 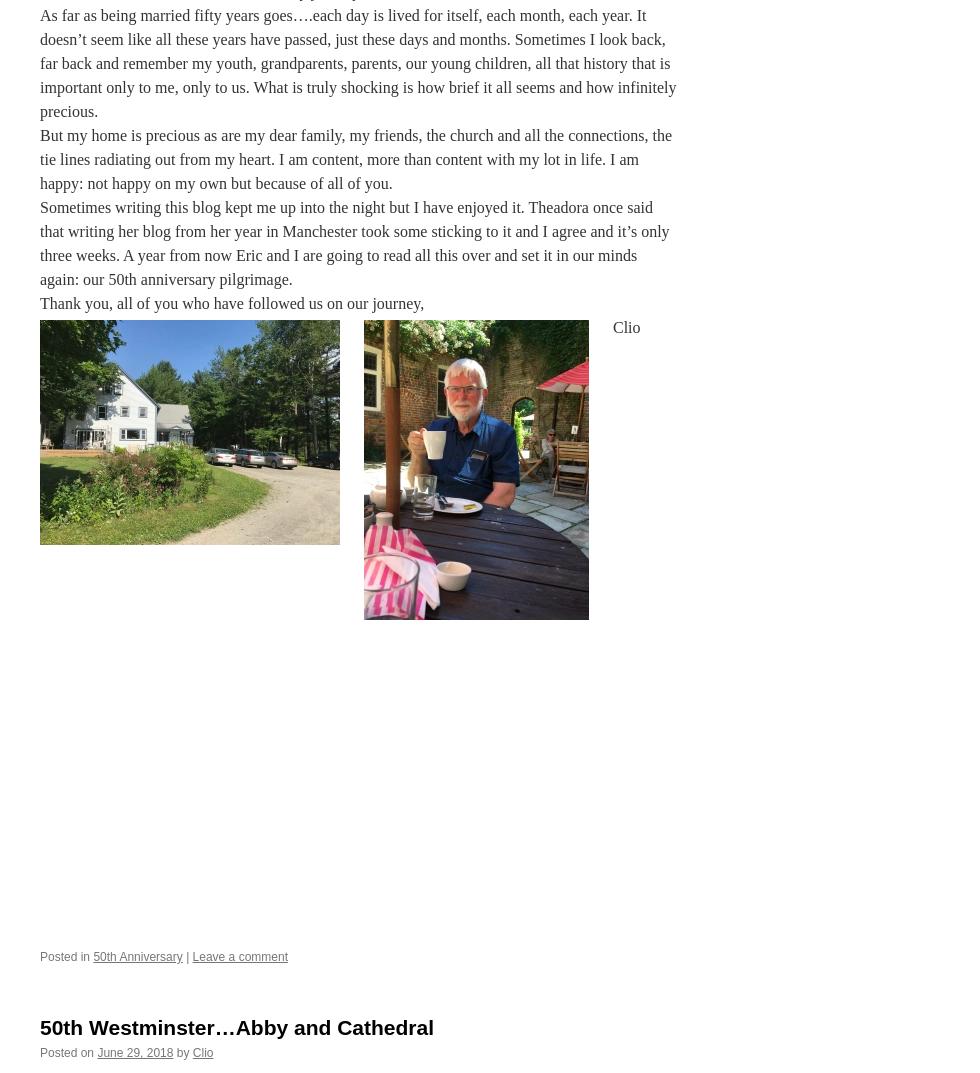 What do you see at coordinates (187, 955) in the screenshot?
I see `'|'` at bounding box center [187, 955].